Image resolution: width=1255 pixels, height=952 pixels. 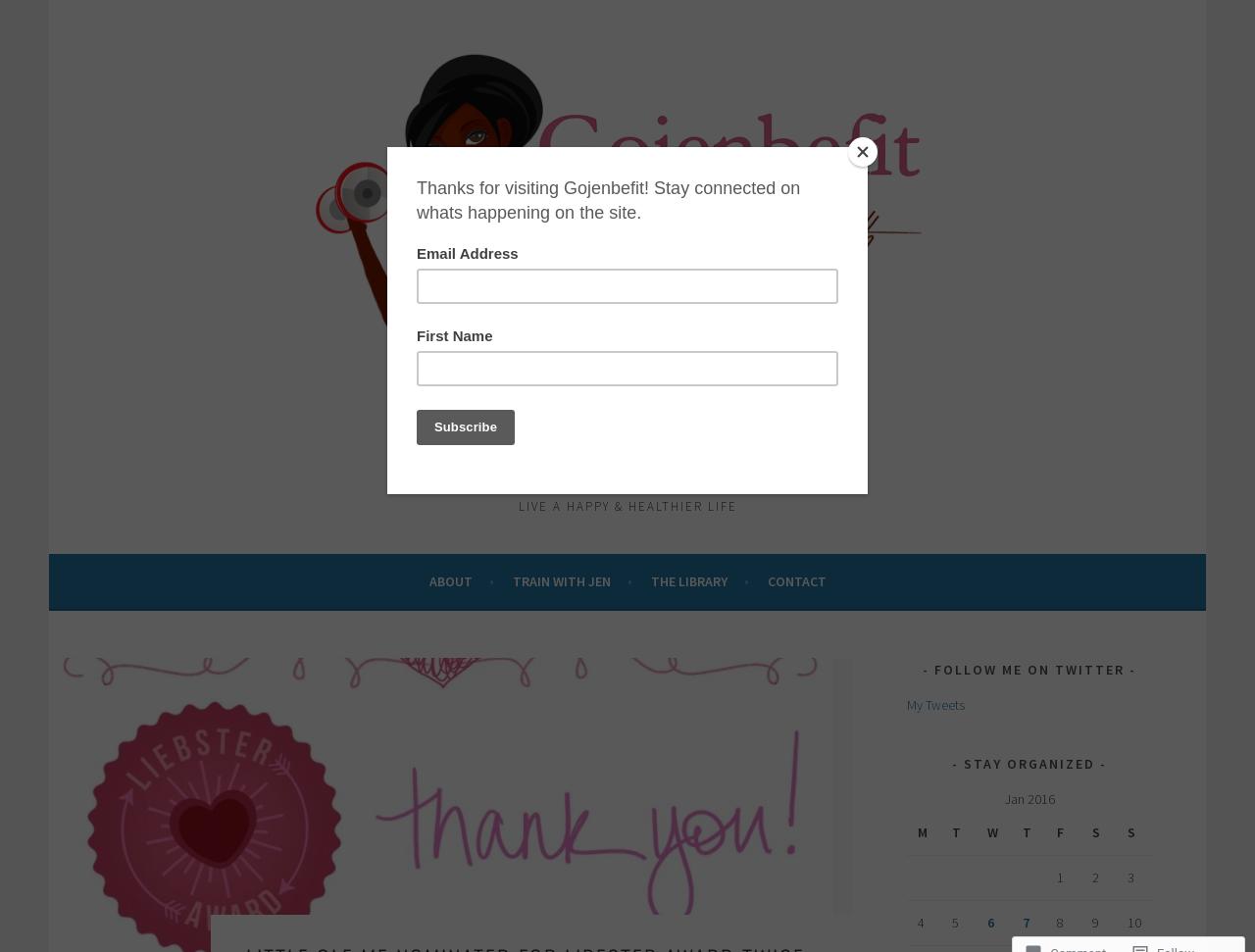 I want to click on 'W', so click(x=991, y=831).